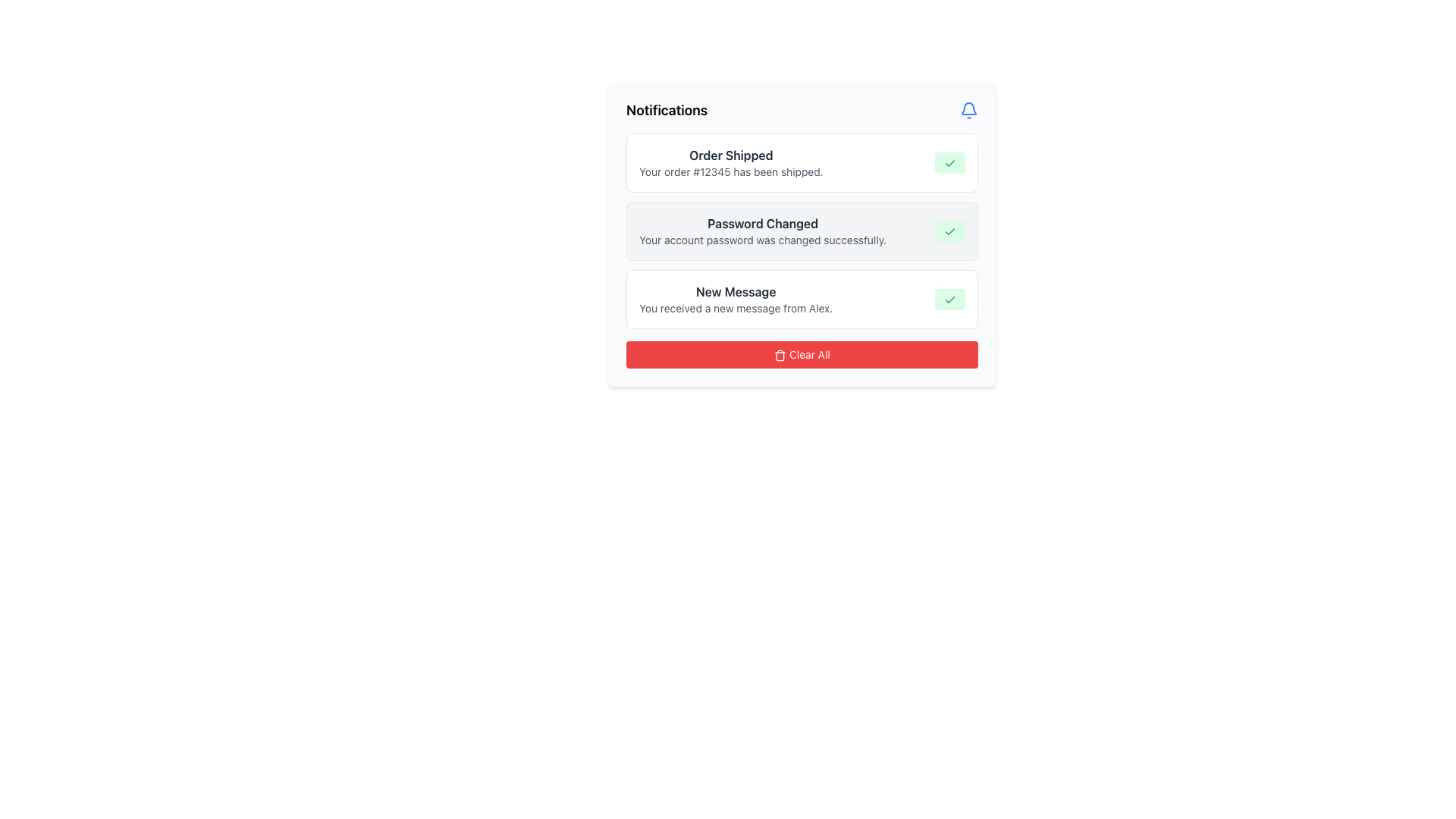 Image resolution: width=1456 pixels, height=819 pixels. What do you see at coordinates (780, 356) in the screenshot?
I see `the 'Clear All' icon located at the bottom of the visible notification panel` at bounding box center [780, 356].